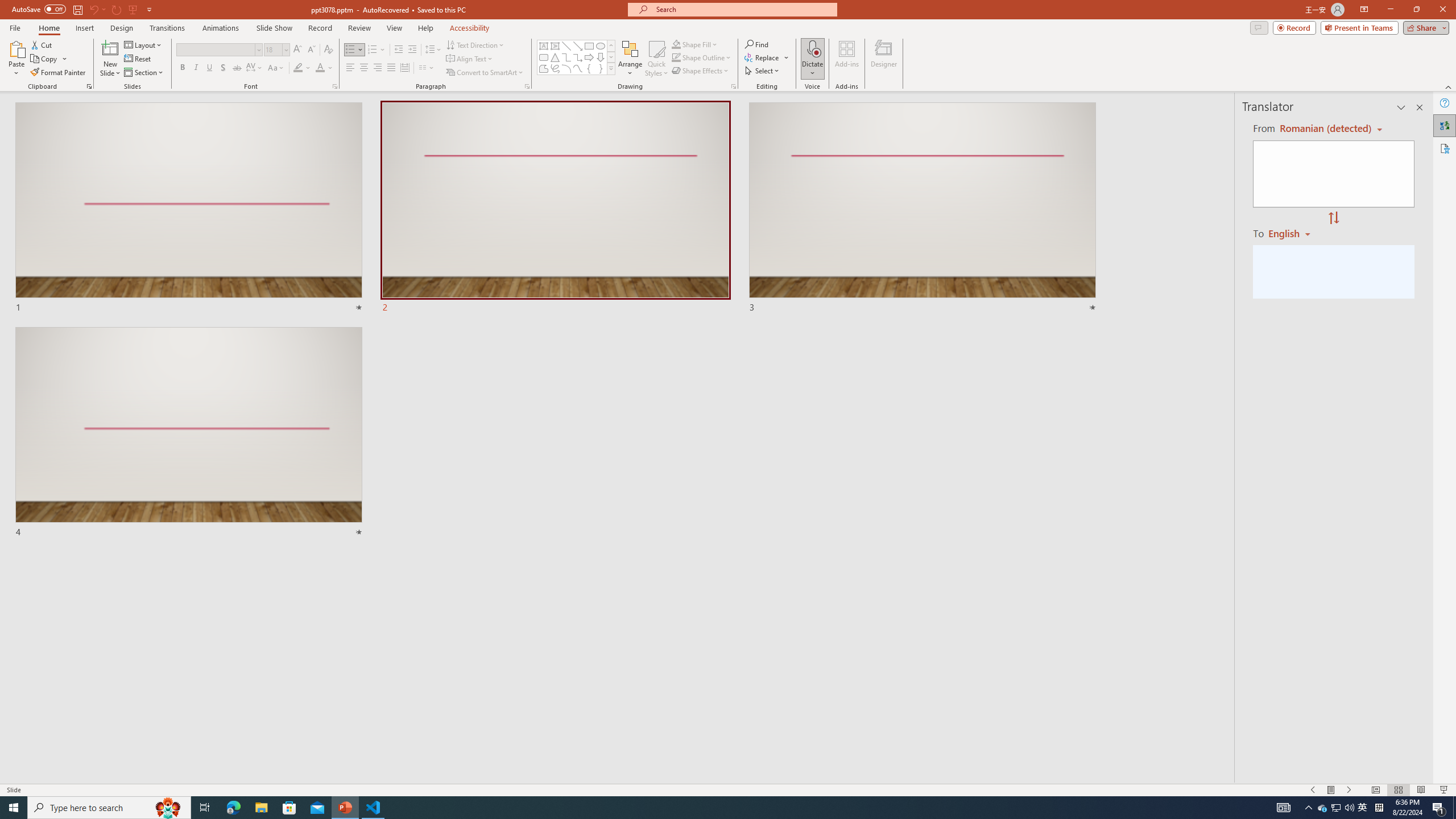  What do you see at coordinates (1313, 790) in the screenshot?
I see `'Slide Show Previous On'` at bounding box center [1313, 790].